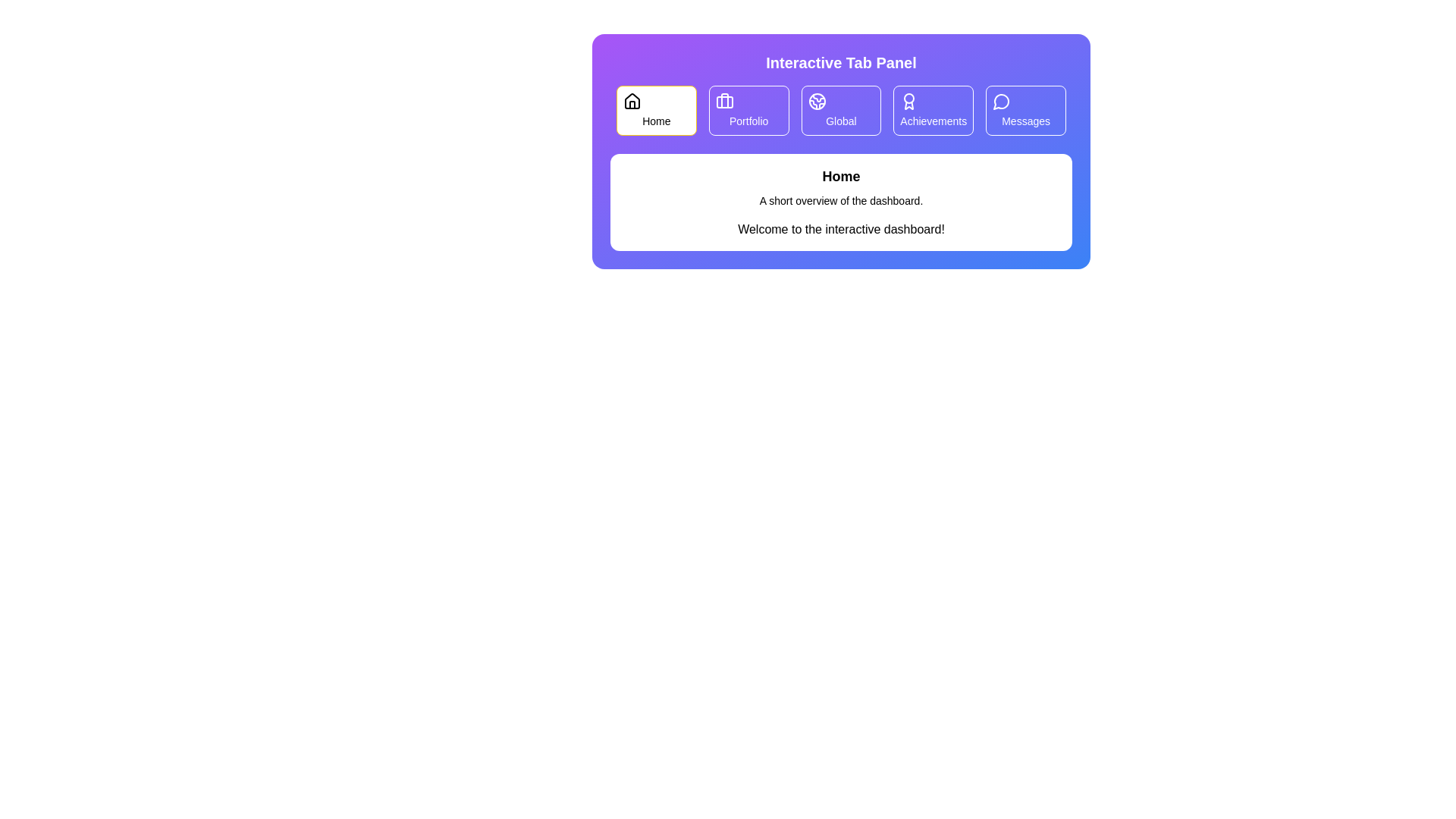 The width and height of the screenshot is (1456, 819). Describe the element at coordinates (1026, 120) in the screenshot. I see `label text for the 'Messages' navigation button located in the header section, positioned below the speech-bubble icon` at that location.